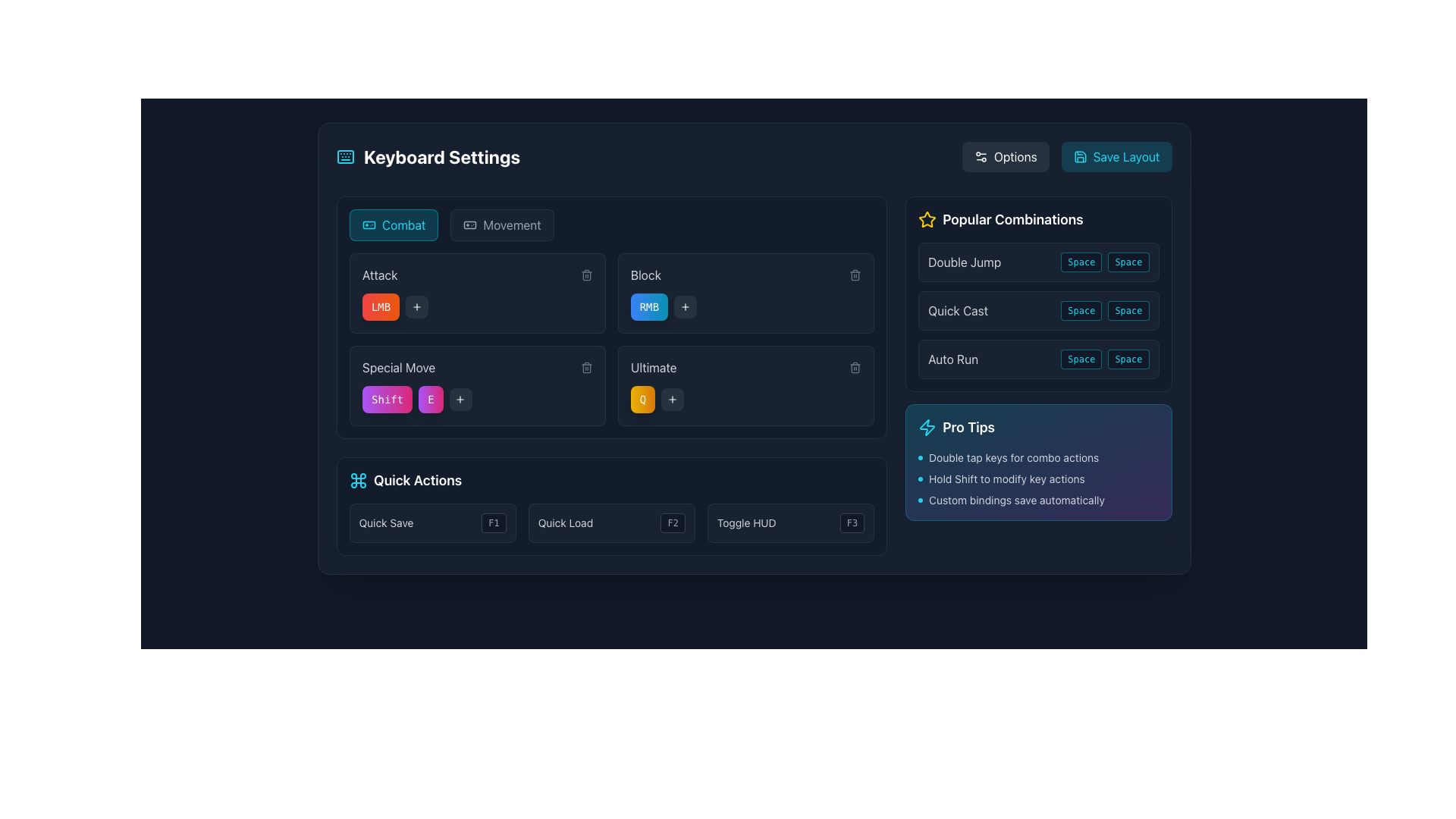  What do you see at coordinates (502, 225) in the screenshot?
I see `the second button in the 'Keyboard Settings' panel that is labeled for 'Movement', located to the right of the 'Combat' button` at bounding box center [502, 225].